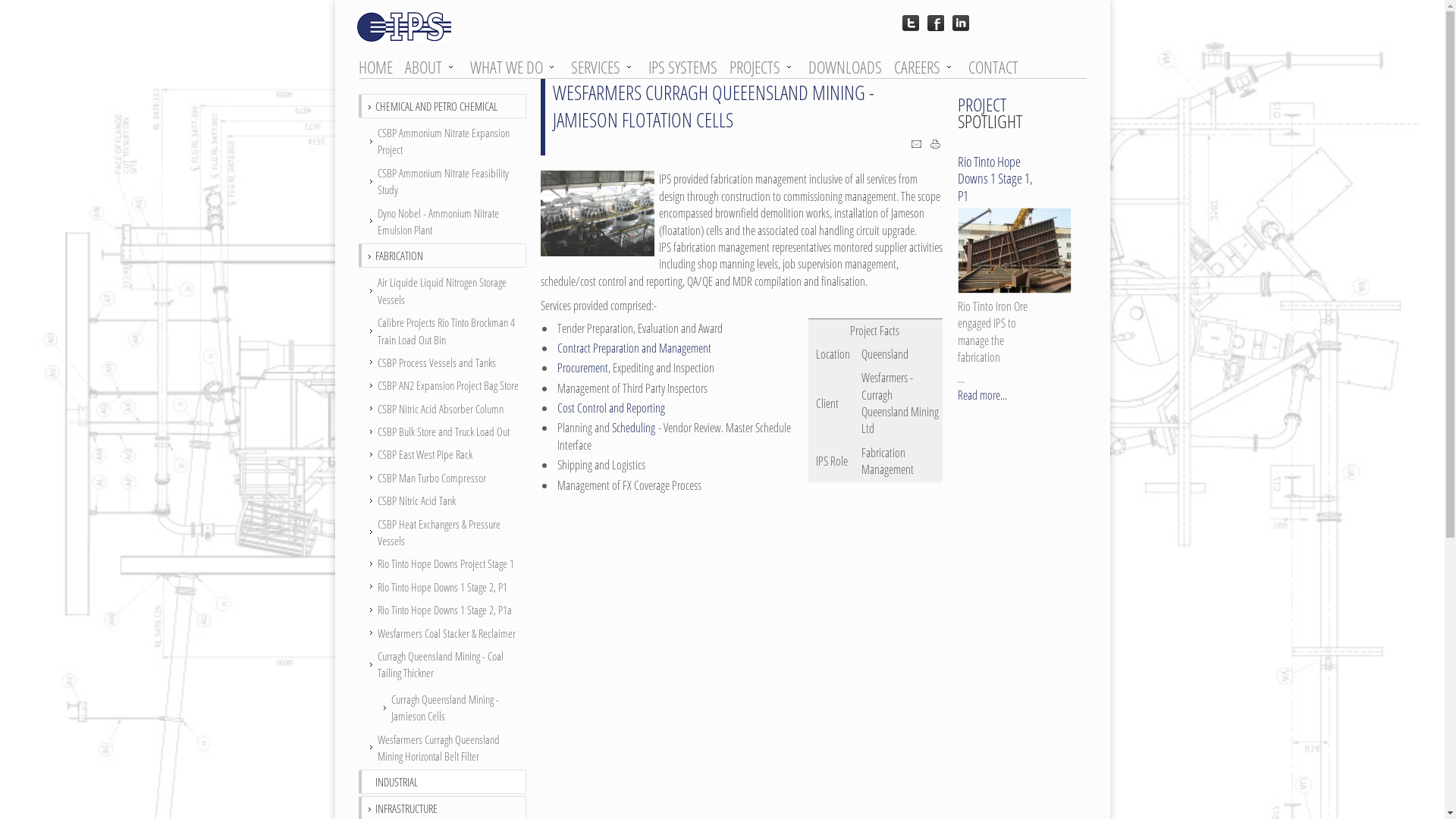 The image size is (1456, 819). Describe the element at coordinates (396, 780) in the screenshot. I see `'INDUSTRIAL'` at that location.